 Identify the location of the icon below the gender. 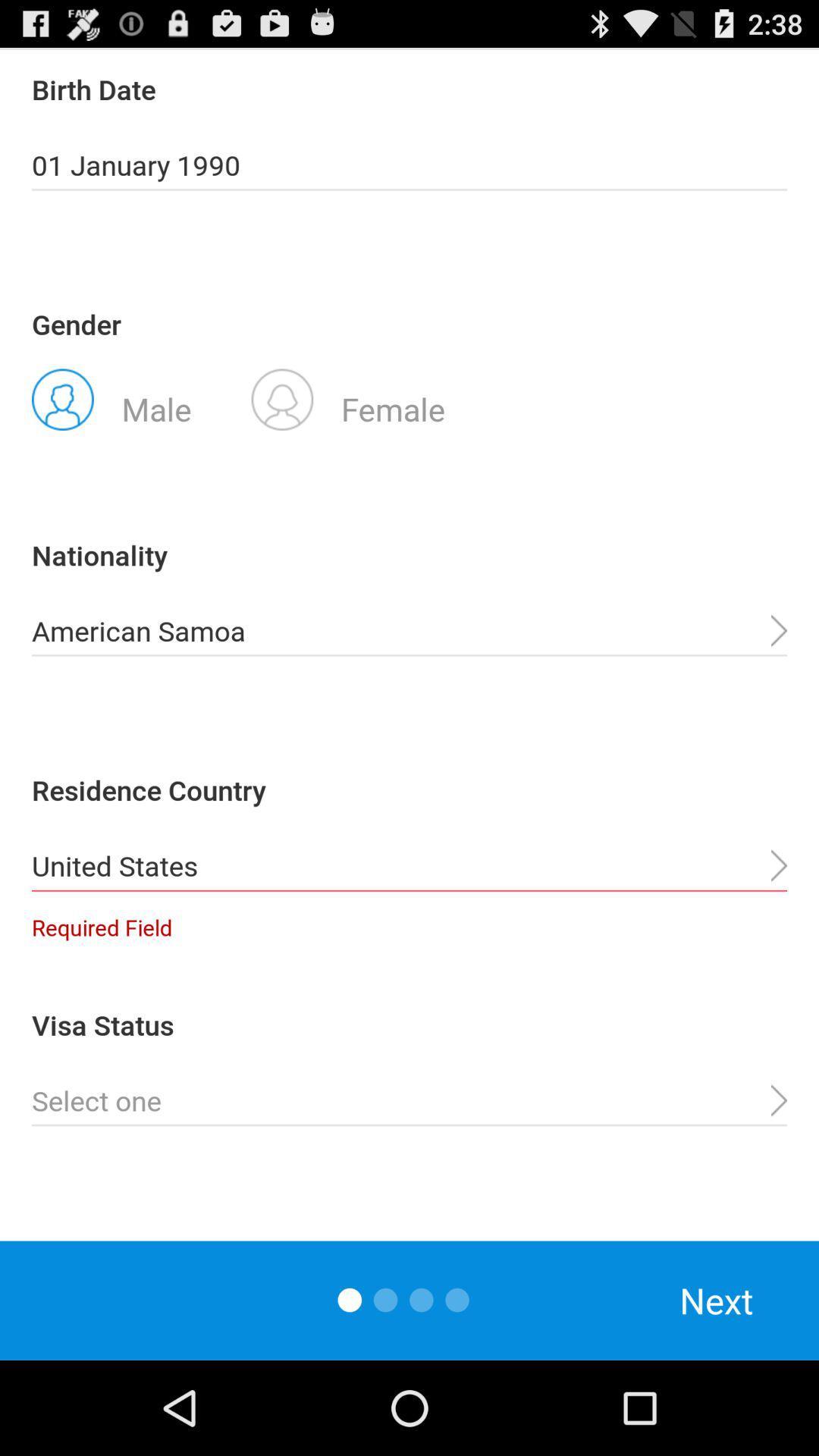
(111, 398).